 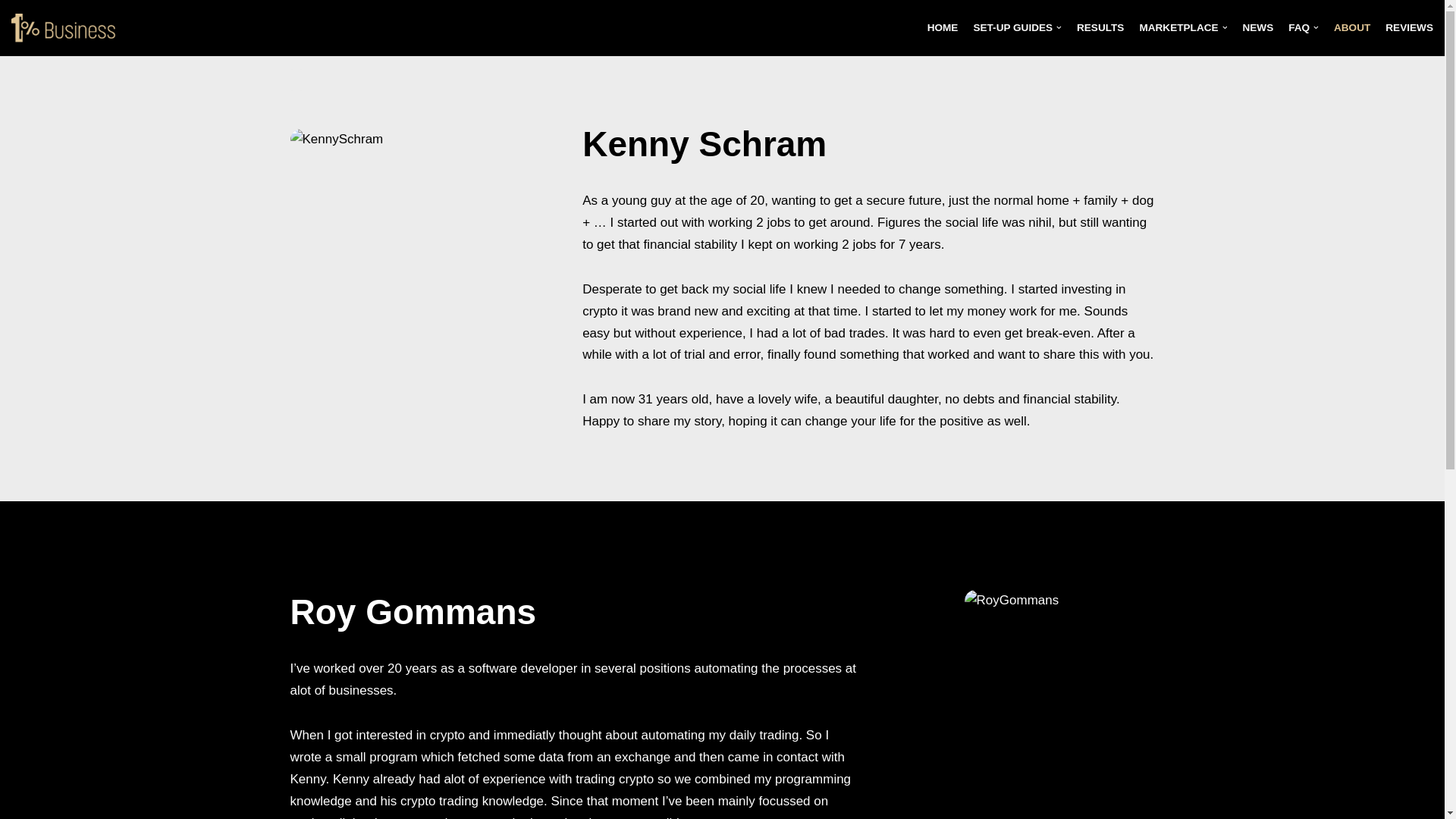 I want to click on 'NEWS', so click(x=1257, y=27).